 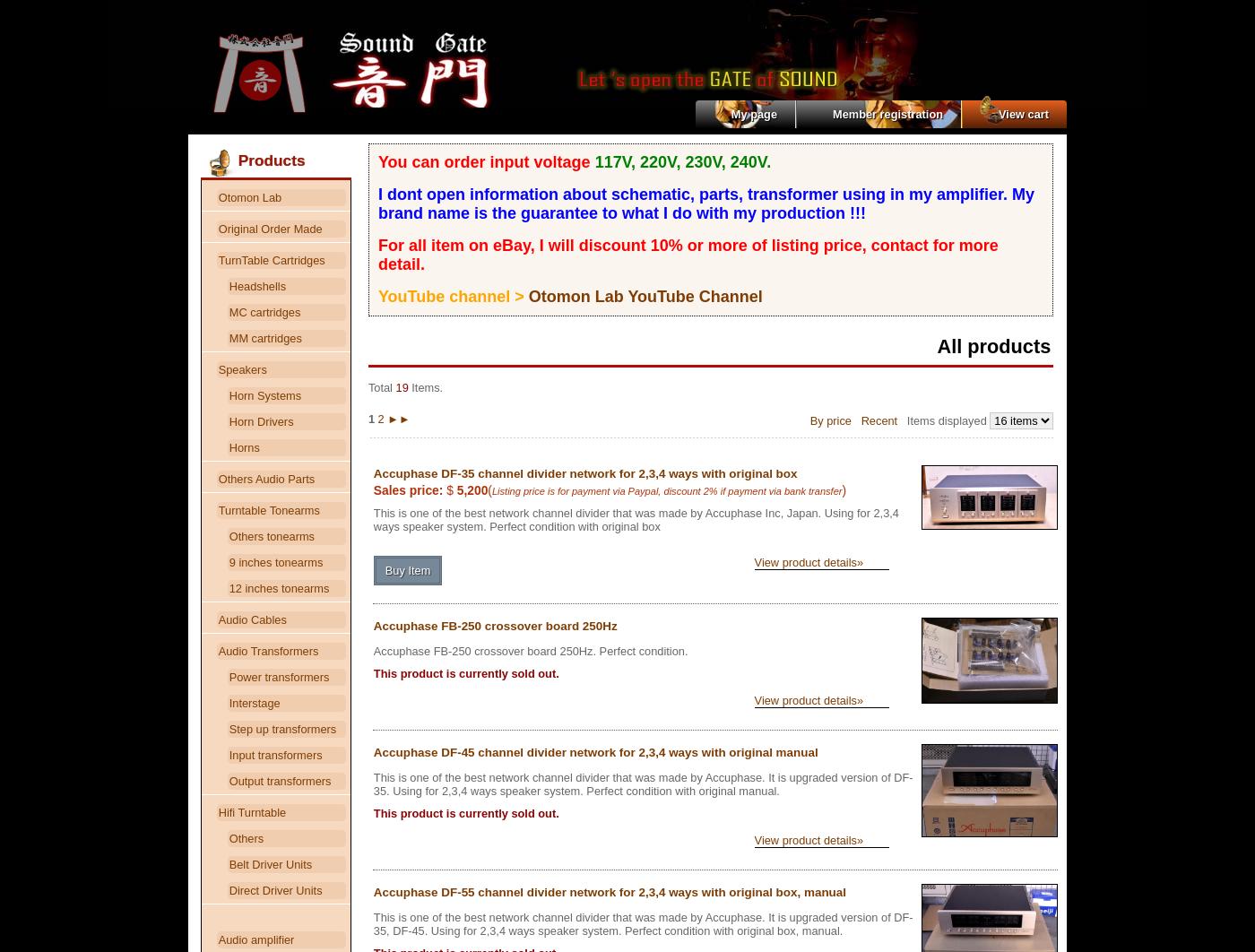 What do you see at coordinates (372, 750) in the screenshot?
I see `'Accuphase DF-45 channel divider network for 2,3,4 ways with original manual'` at bounding box center [372, 750].